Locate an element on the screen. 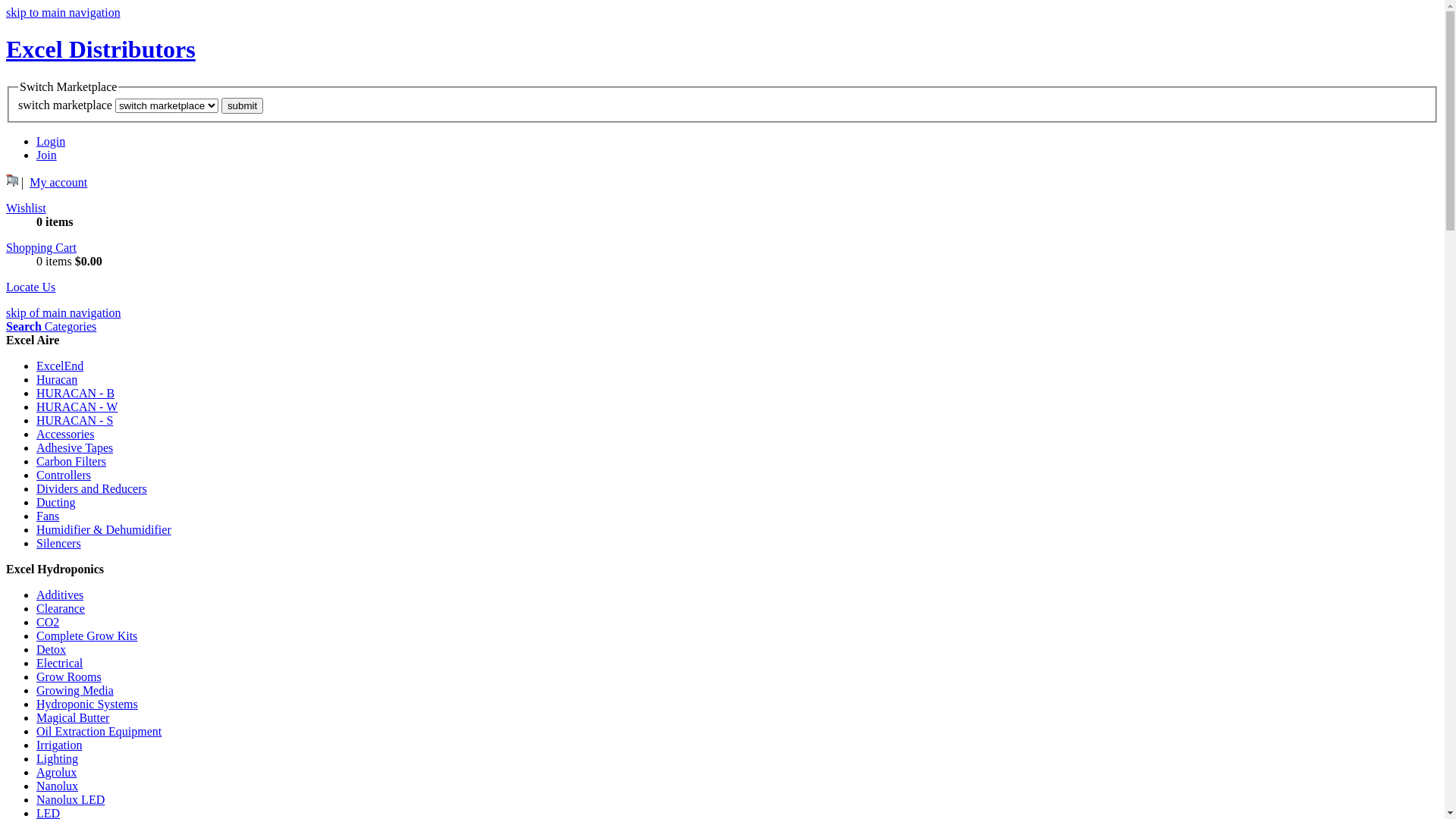  'Nanolux LED' is located at coordinates (36, 799).